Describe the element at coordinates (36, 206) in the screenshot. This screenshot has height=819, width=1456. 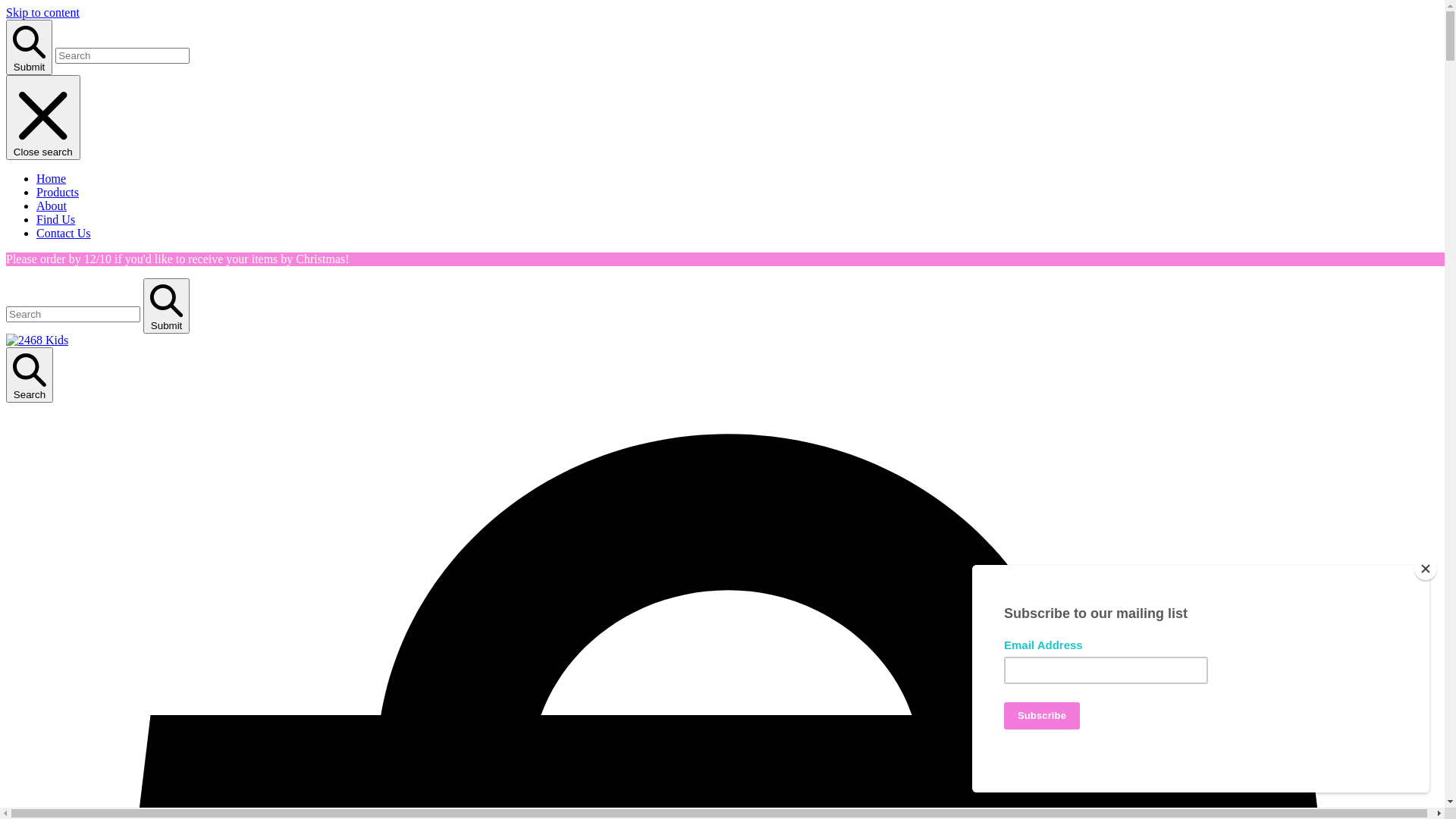
I see `'About'` at that location.